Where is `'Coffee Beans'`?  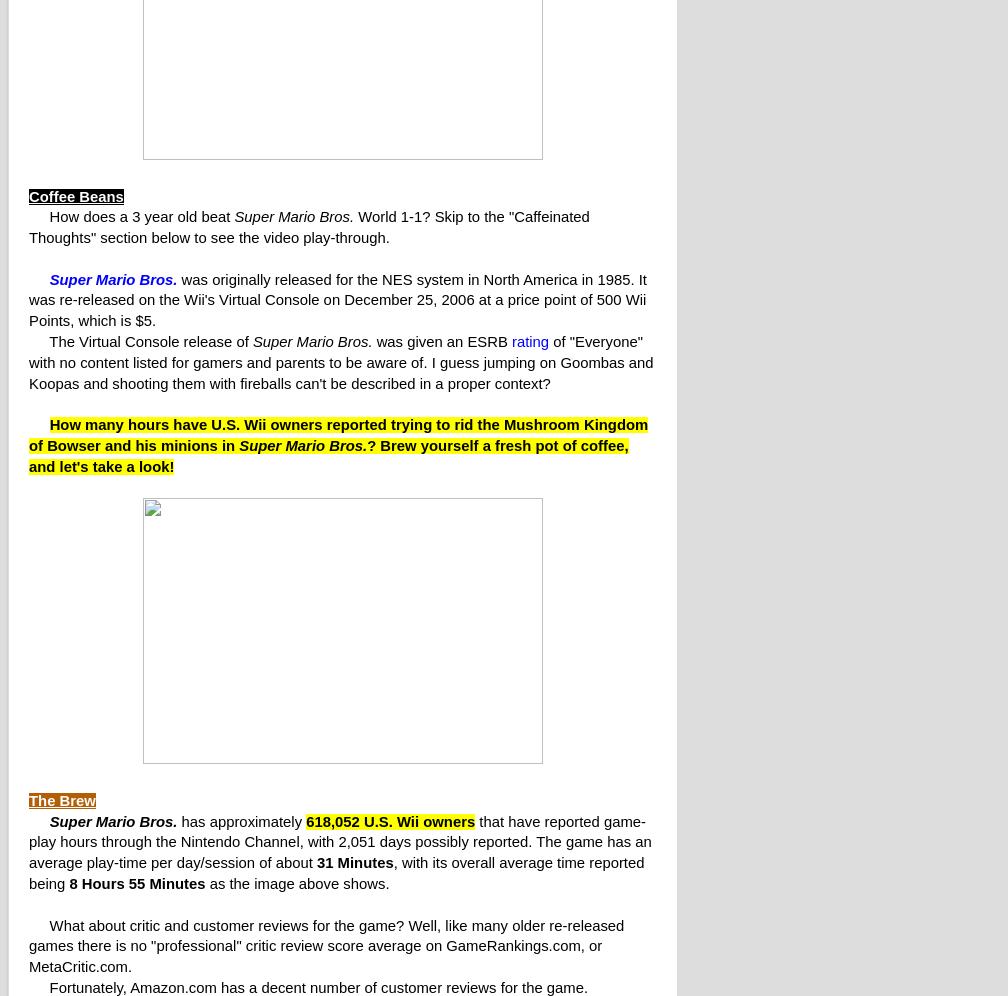
'Coffee Beans' is located at coordinates (29, 196).